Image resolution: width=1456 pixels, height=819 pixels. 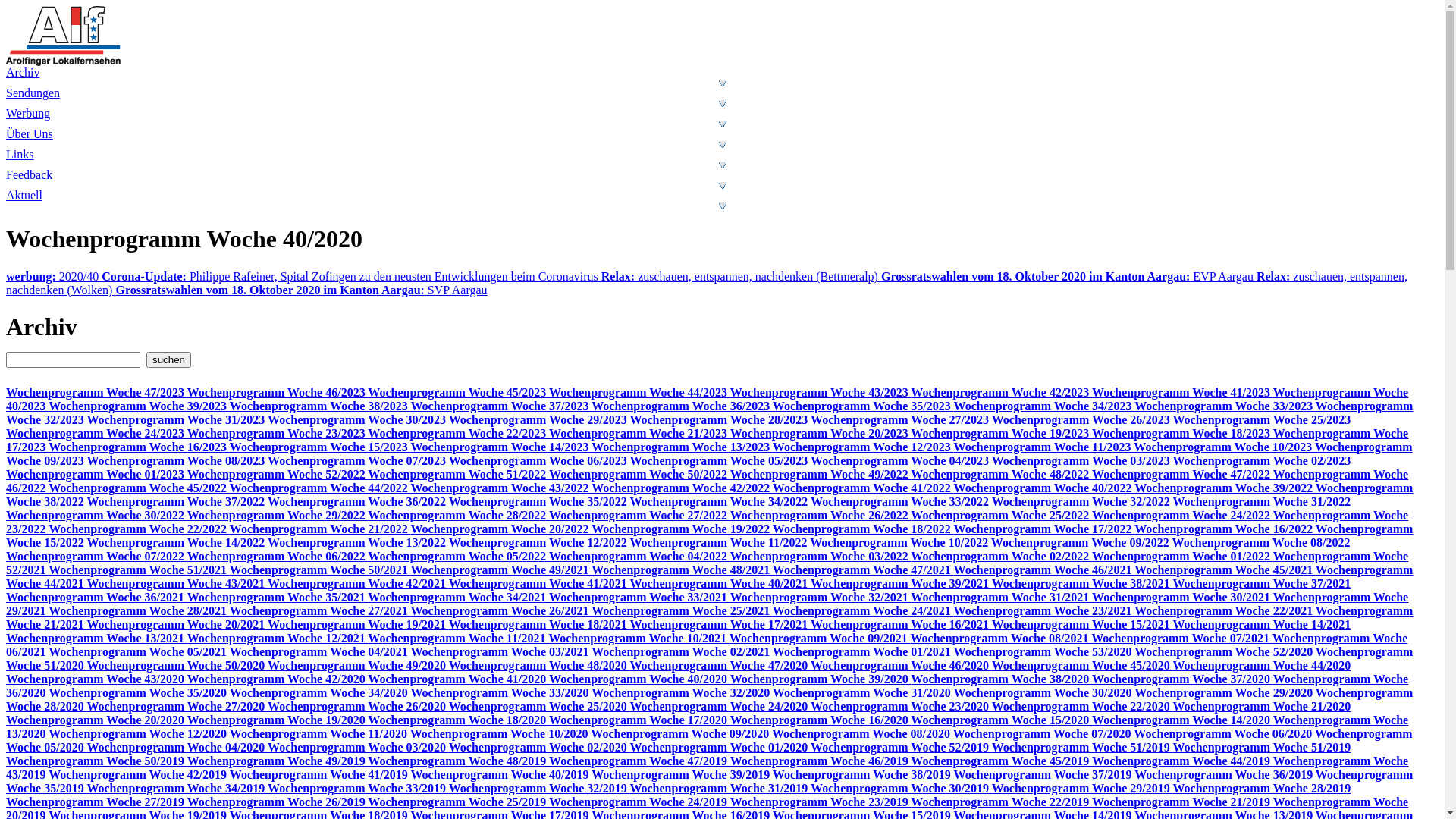 I want to click on 'Wochenprogramm Woche 42/2019', so click(x=139, y=774).